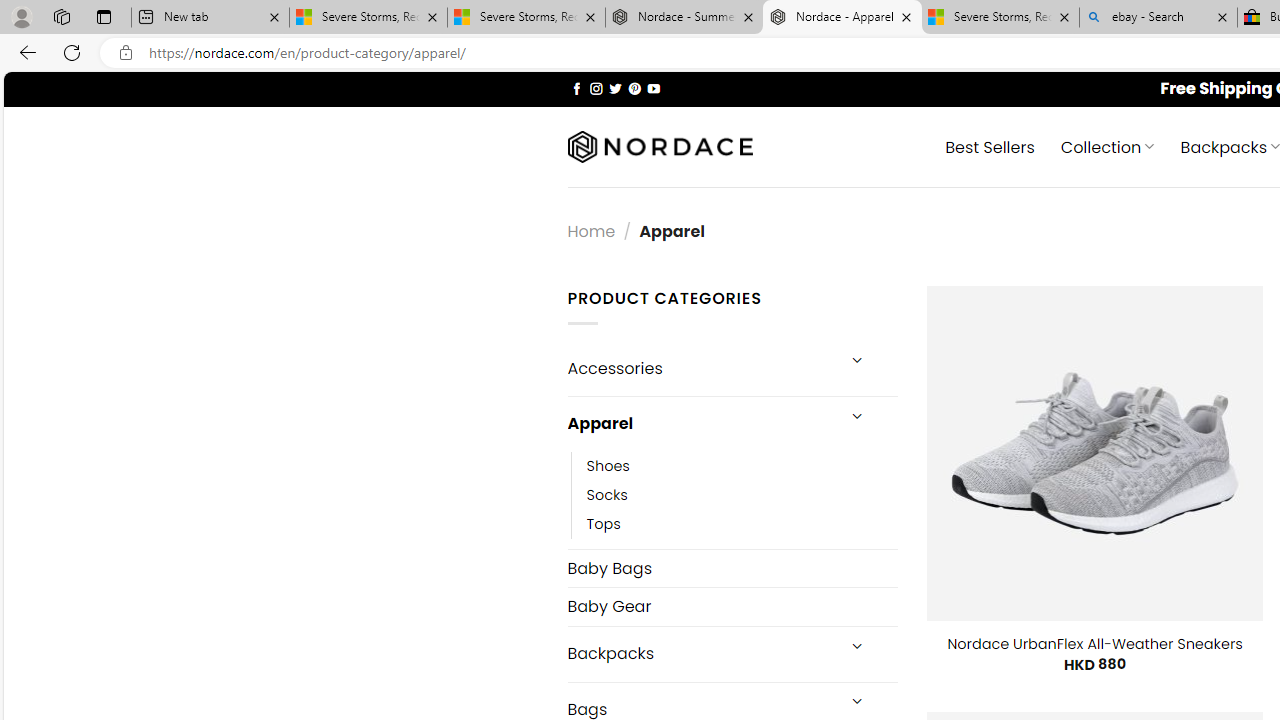  I want to click on 'Baby Gear', so click(731, 605).